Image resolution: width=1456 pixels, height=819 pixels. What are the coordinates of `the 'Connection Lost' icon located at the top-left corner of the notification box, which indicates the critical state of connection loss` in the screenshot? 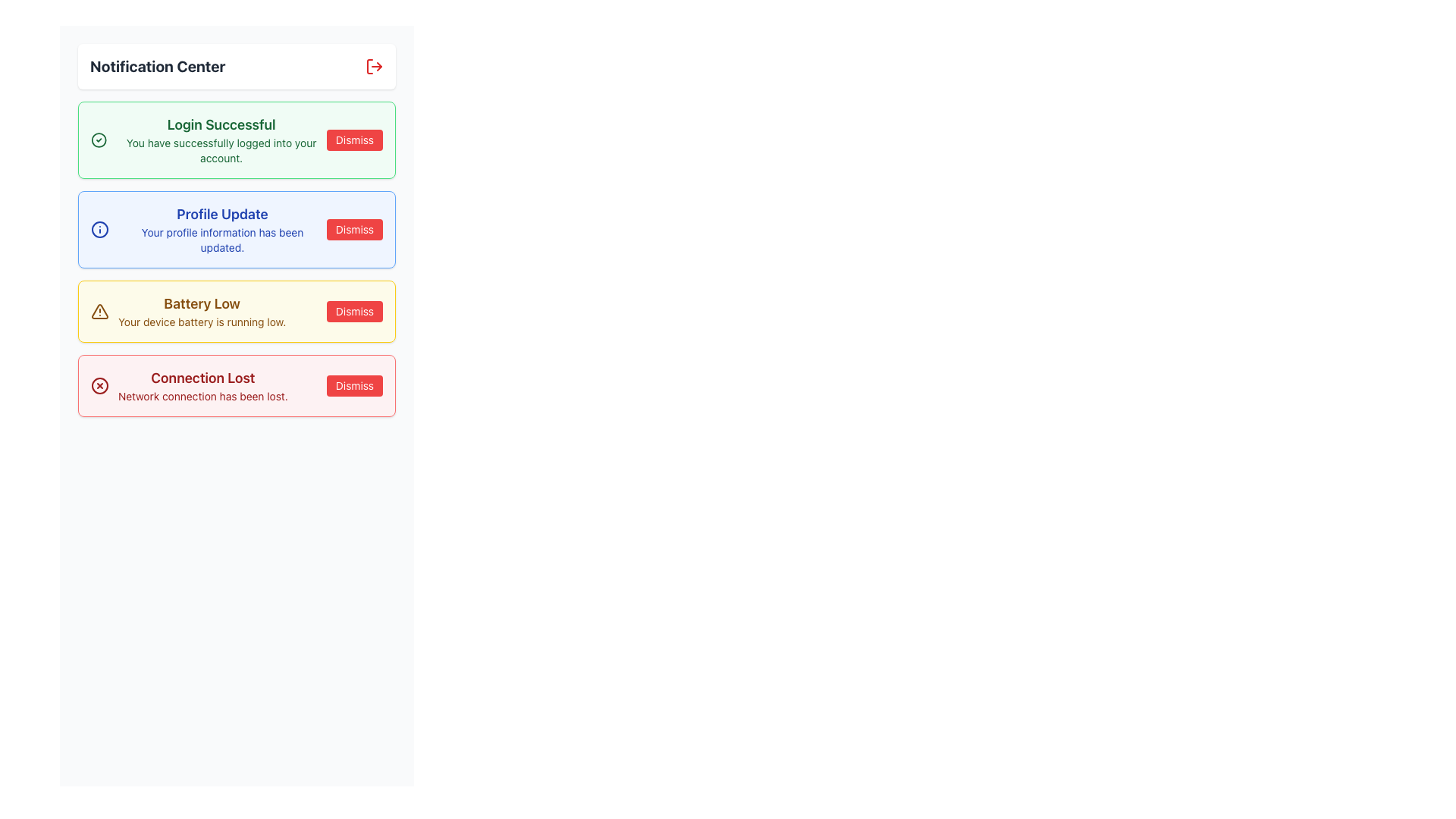 It's located at (99, 385).